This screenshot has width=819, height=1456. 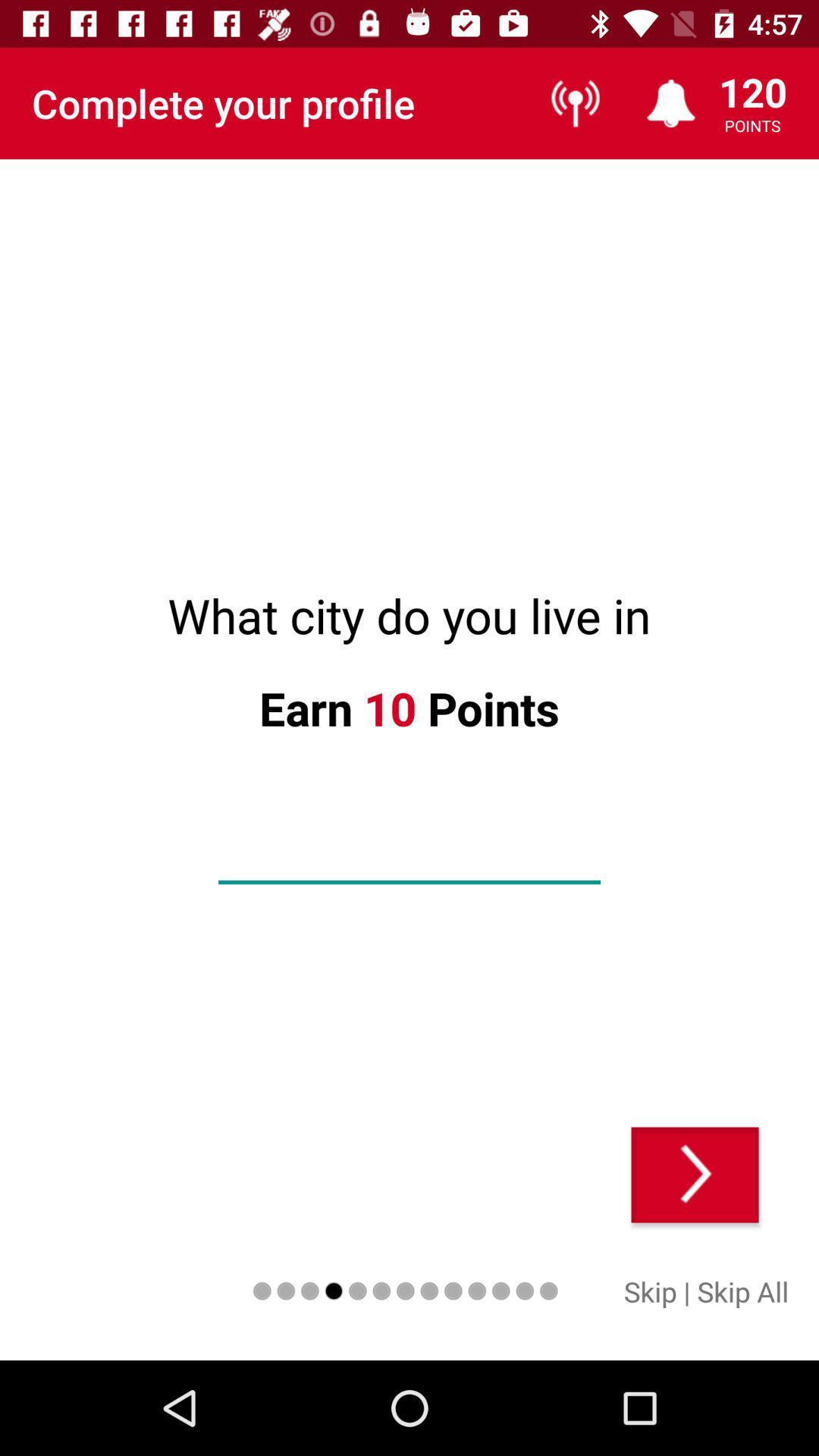 I want to click on continue, so click(x=695, y=1174).